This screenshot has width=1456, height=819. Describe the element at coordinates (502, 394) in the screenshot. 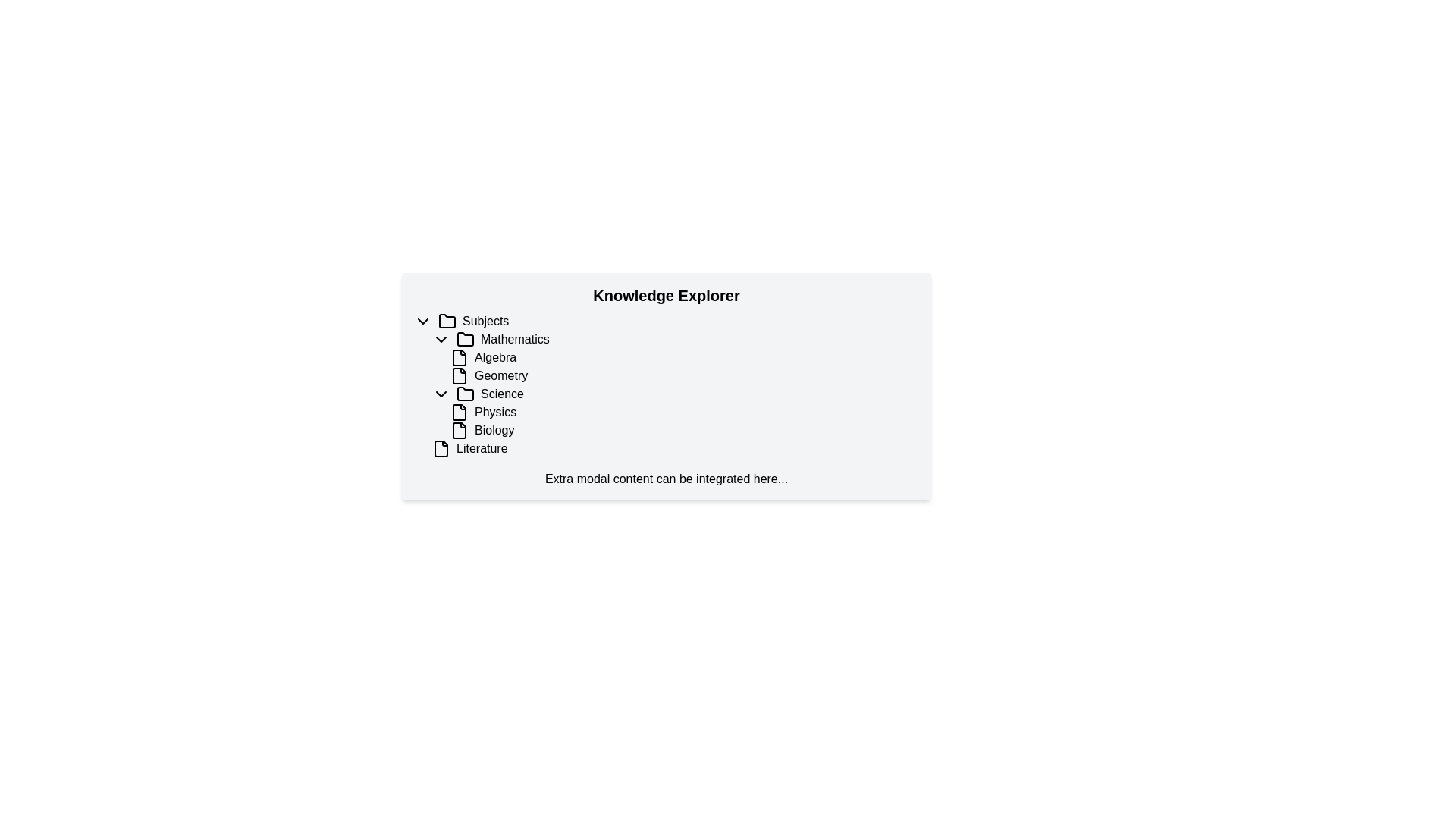

I see `the text label displaying 'Science', which is the third item in the 'Subjects' section under 'Mathematics'` at that location.